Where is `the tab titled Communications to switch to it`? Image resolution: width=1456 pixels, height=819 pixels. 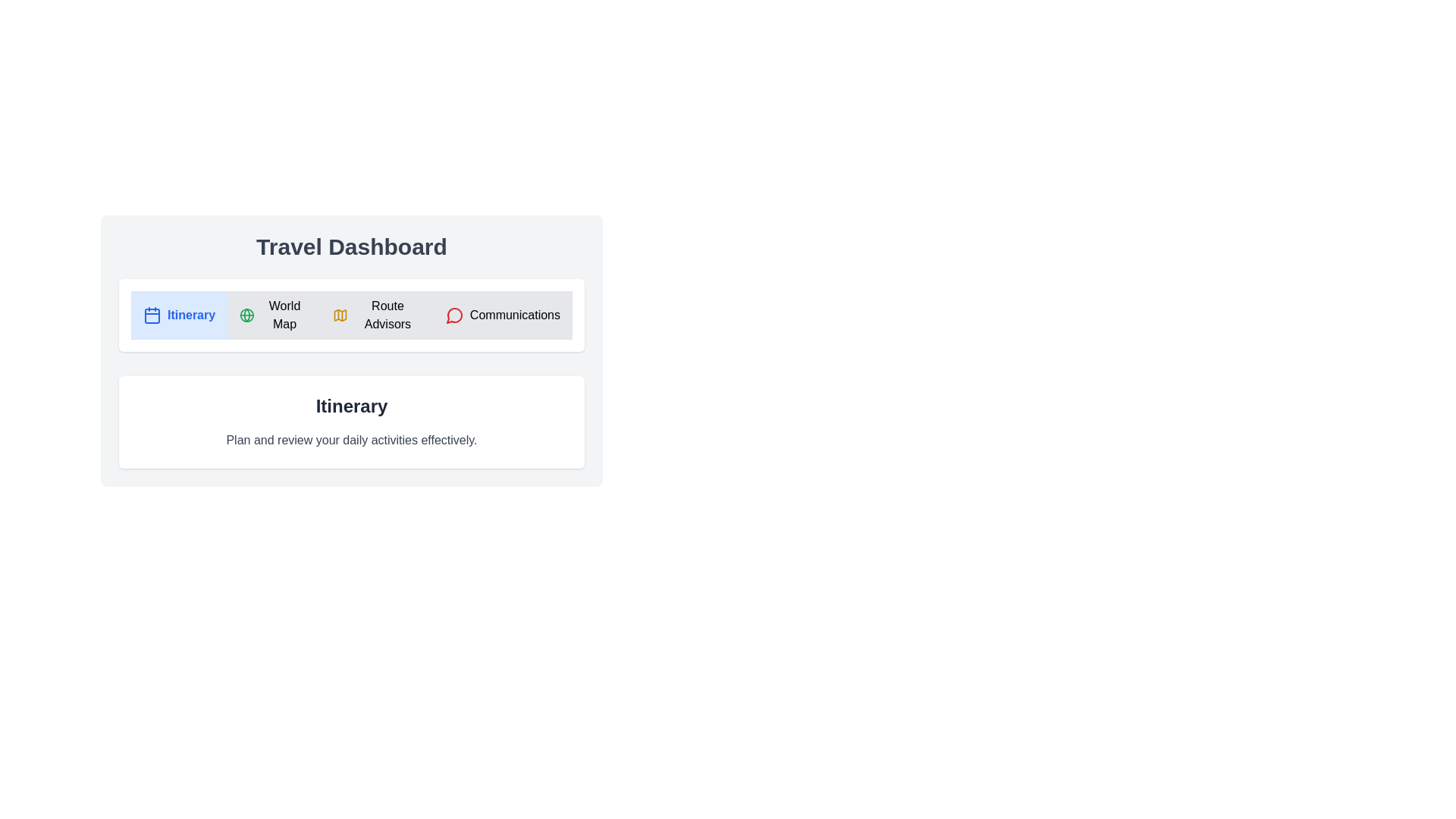 the tab titled Communications to switch to it is located at coordinates (502, 315).